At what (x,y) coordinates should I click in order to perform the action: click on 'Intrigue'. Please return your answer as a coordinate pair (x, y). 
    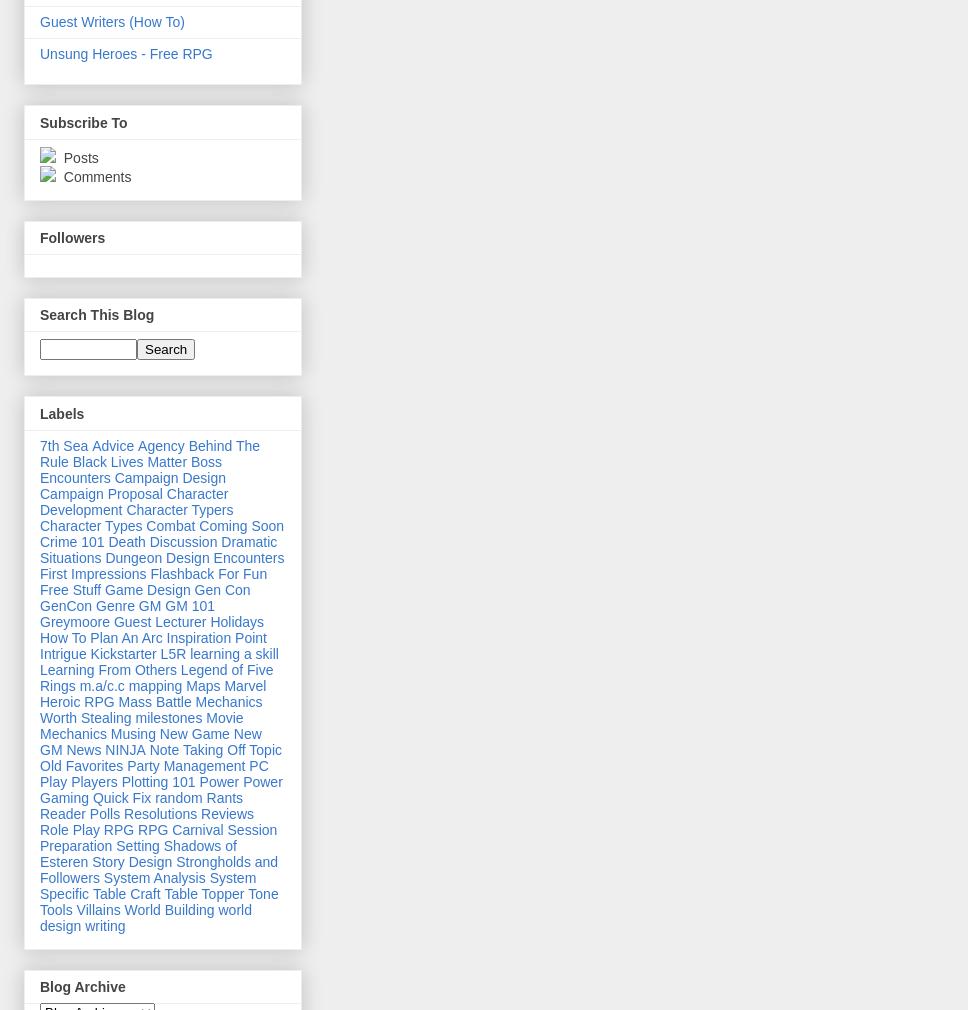
    Looking at the image, I should click on (62, 651).